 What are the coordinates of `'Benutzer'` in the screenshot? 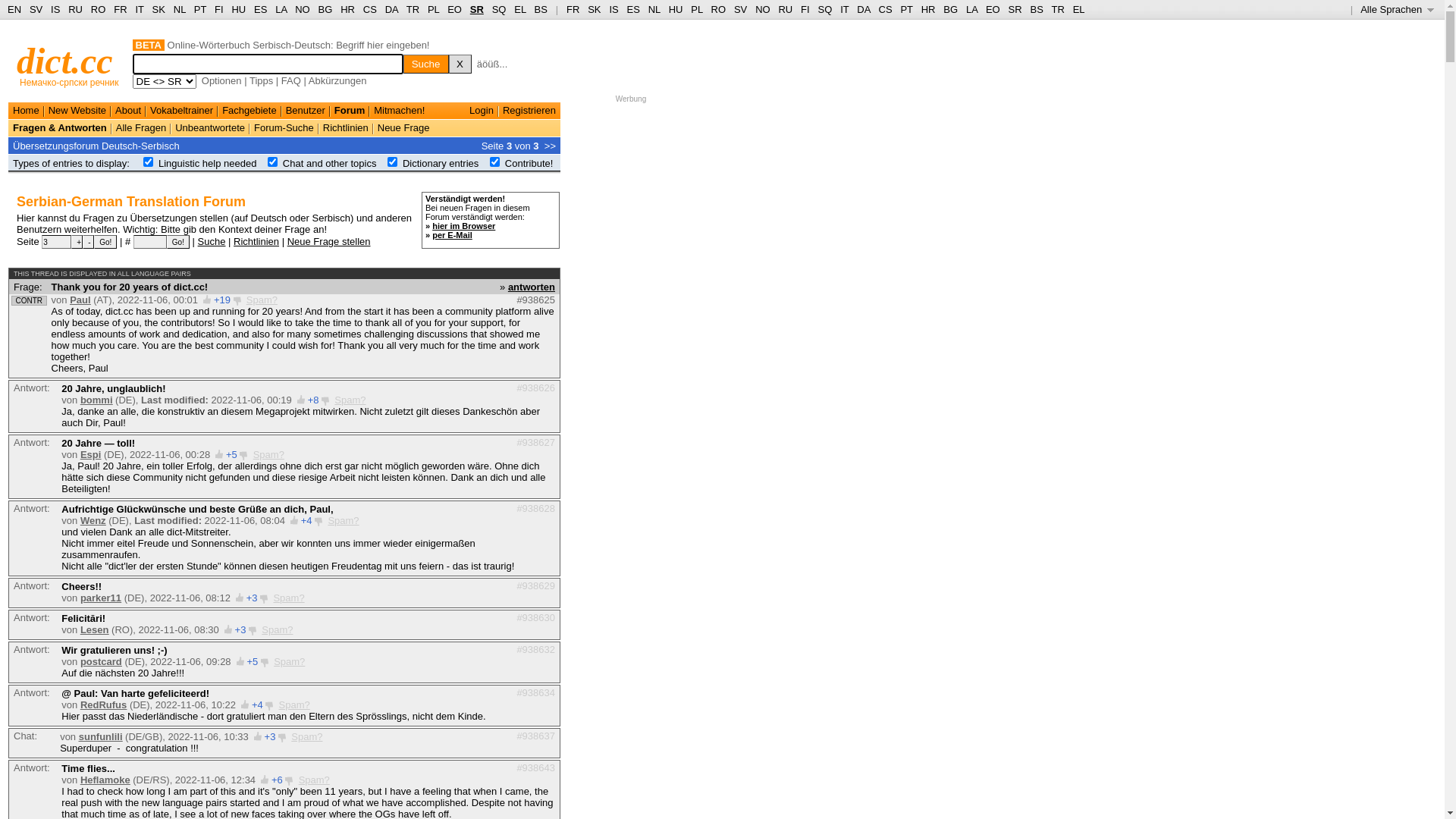 It's located at (305, 109).